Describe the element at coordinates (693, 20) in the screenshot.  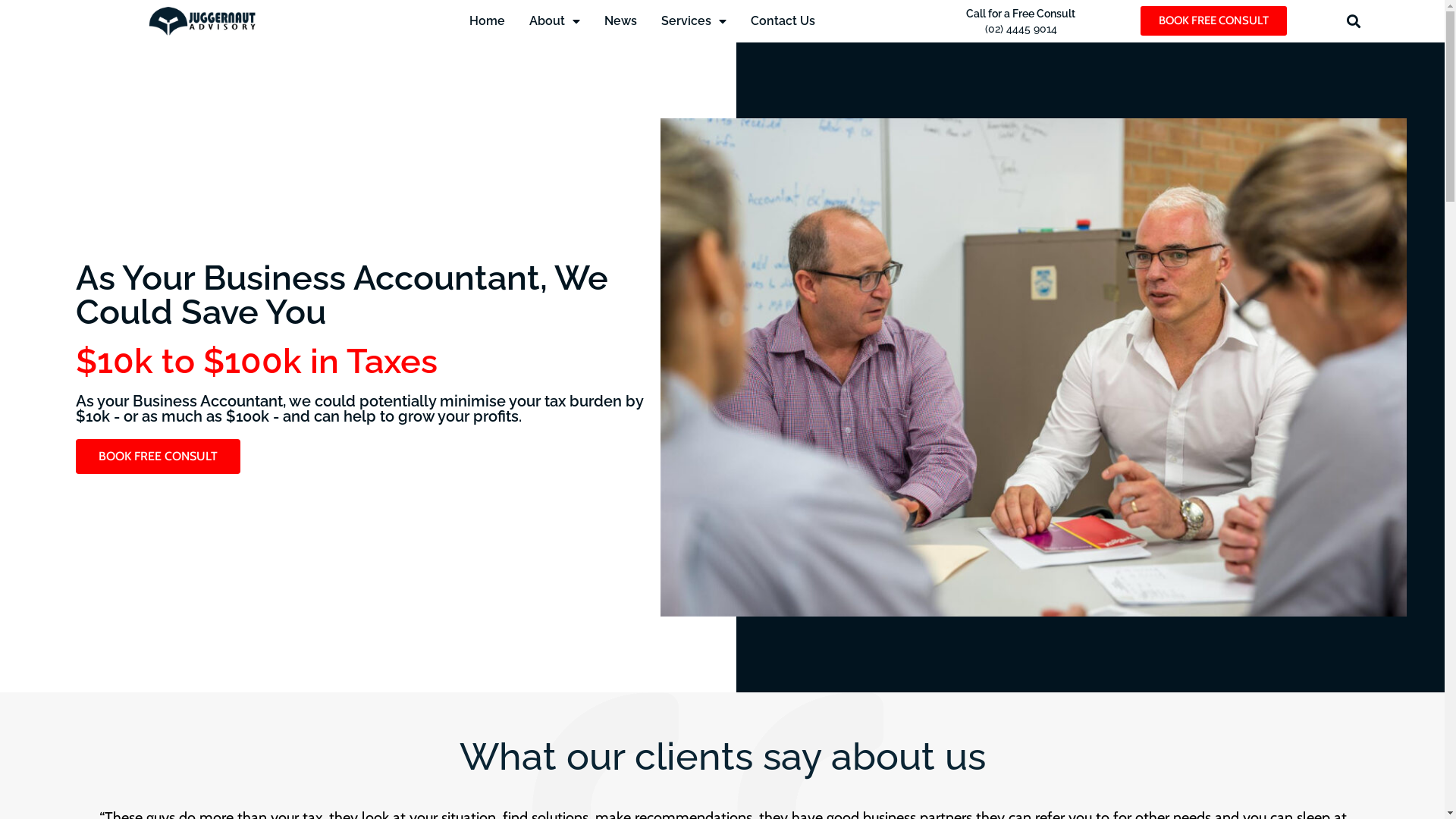
I see `'Services'` at that location.